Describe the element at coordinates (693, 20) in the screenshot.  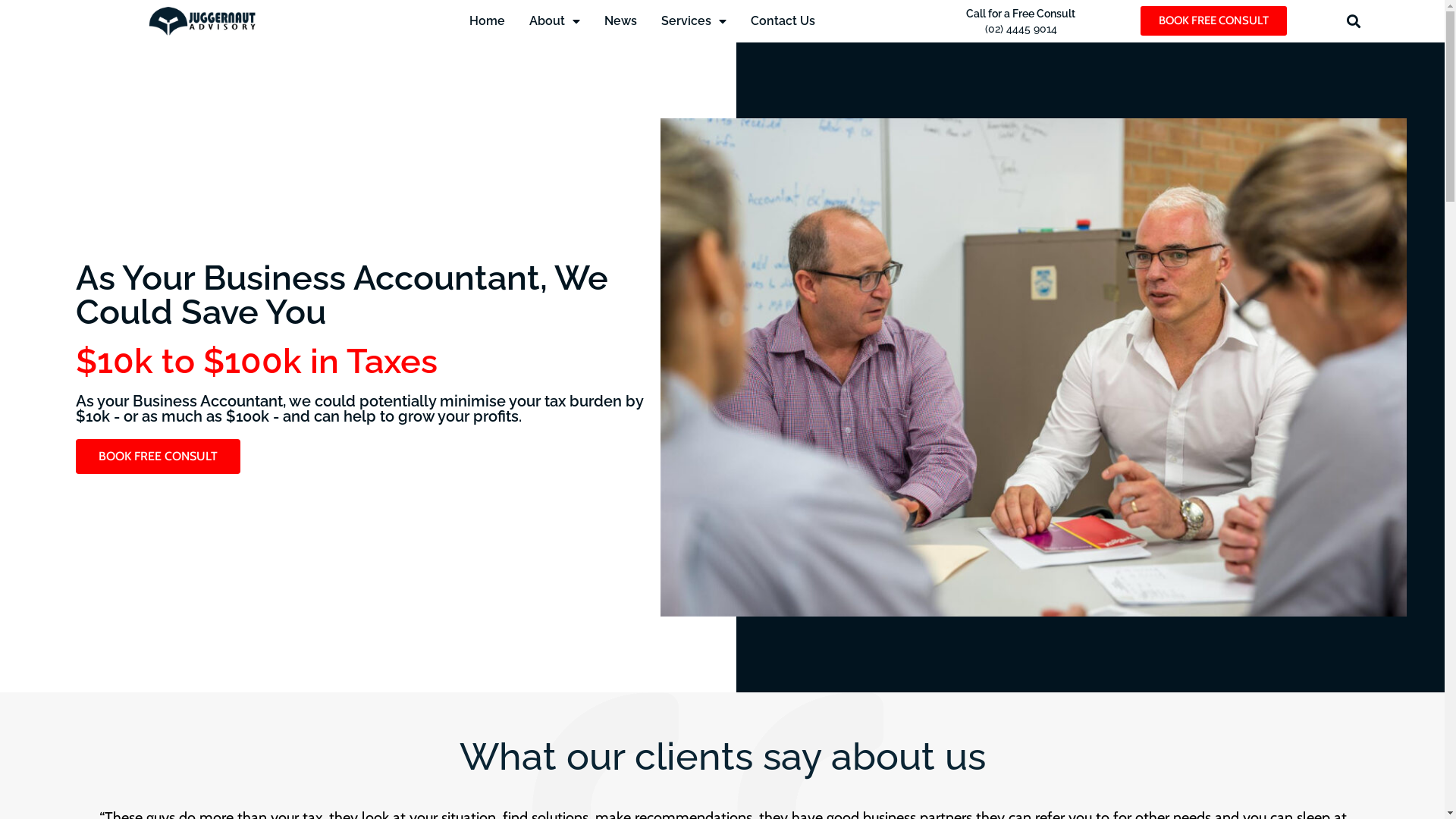
I see `'Services'` at that location.